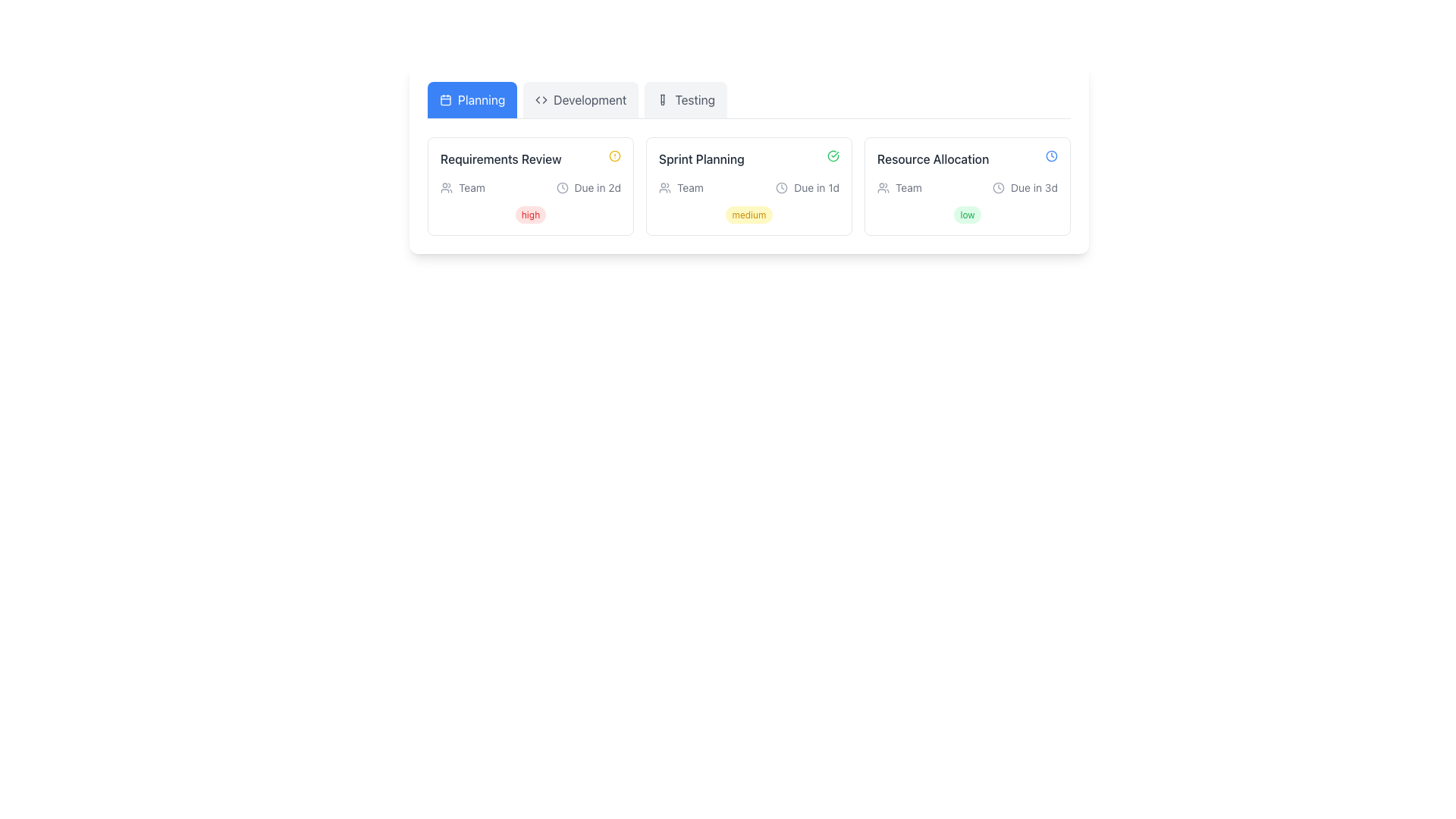 Image resolution: width=1456 pixels, height=819 pixels. What do you see at coordinates (445, 99) in the screenshot?
I see `the 'Planning' tab icon located in the top-left section of the UI, which visually represents schedules or plans` at bounding box center [445, 99].